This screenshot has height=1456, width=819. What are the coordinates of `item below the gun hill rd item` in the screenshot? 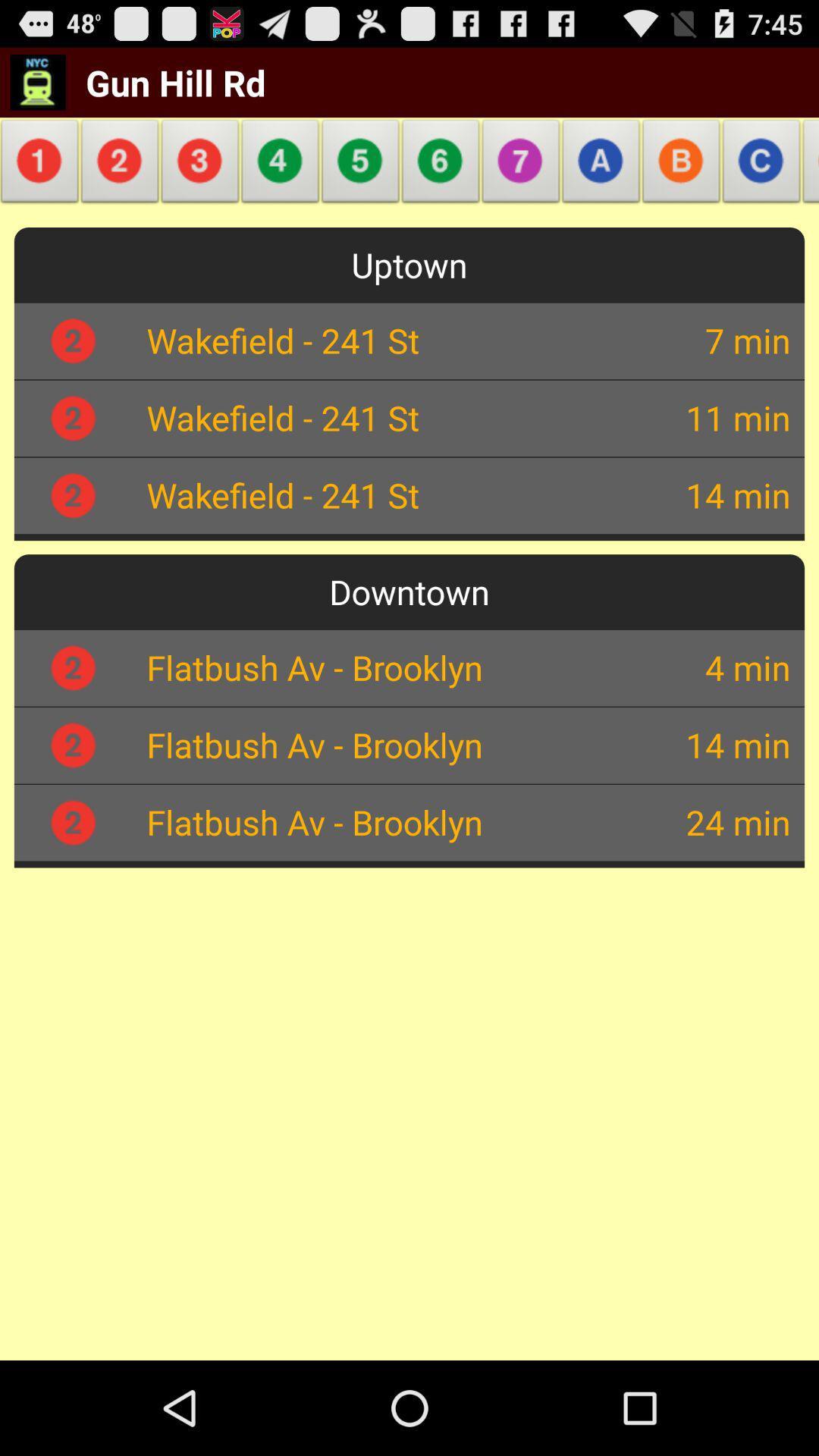 It's located at (281, 165).